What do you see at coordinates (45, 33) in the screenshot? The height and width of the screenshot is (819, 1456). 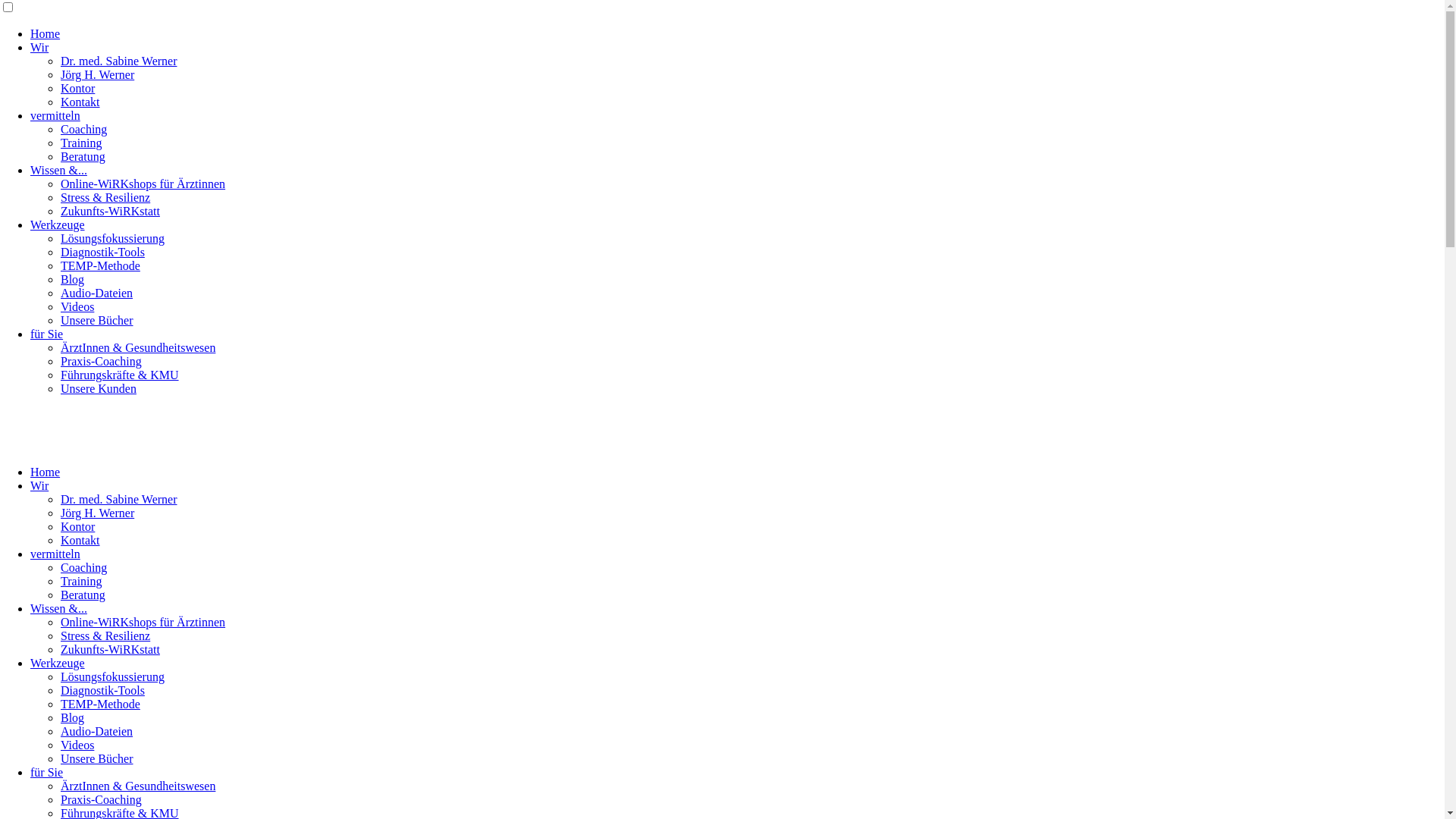 I see `'Home'` at bounding box center [45, 33].